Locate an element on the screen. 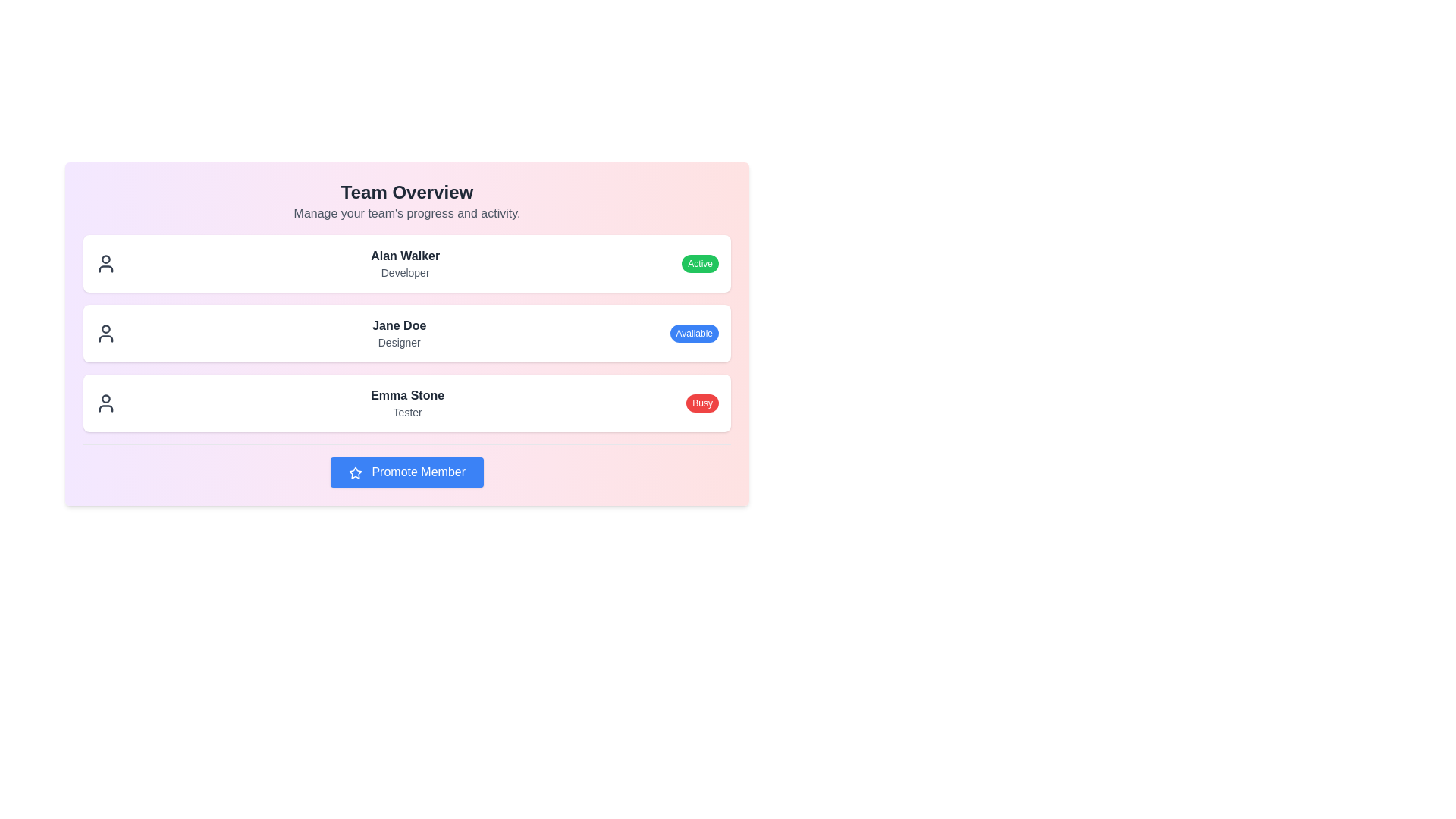 The height and width of the screenshot is (819, 1456). the text label 'Alan Walker' displayed in bold dark gray font, which is the first entry in the team members list above the role 'Developer' is located at coordinates (405, 256).